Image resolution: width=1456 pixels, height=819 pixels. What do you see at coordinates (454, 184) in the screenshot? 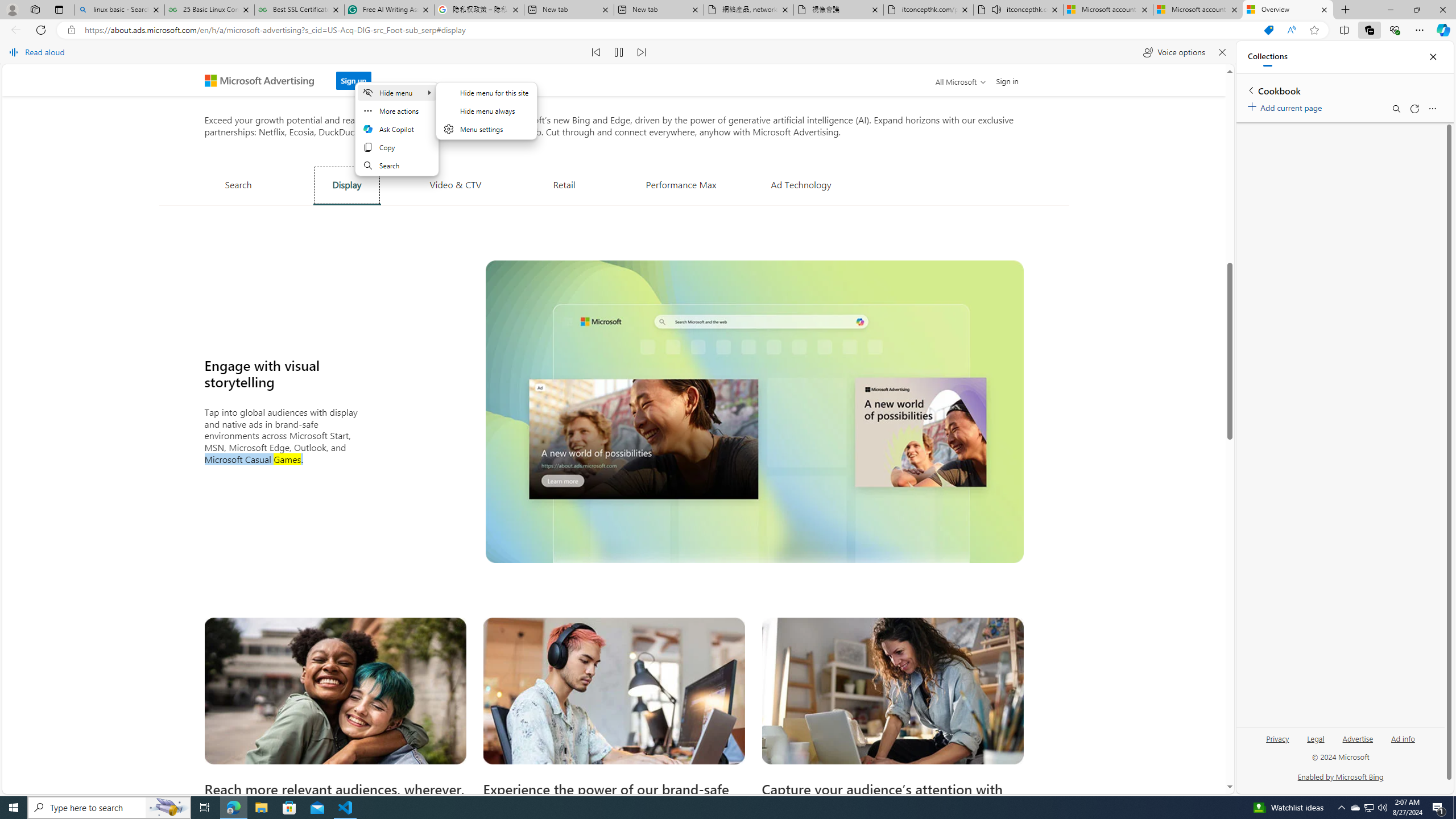
I see `'Video & CTV'` at bounding box center [454, 184].